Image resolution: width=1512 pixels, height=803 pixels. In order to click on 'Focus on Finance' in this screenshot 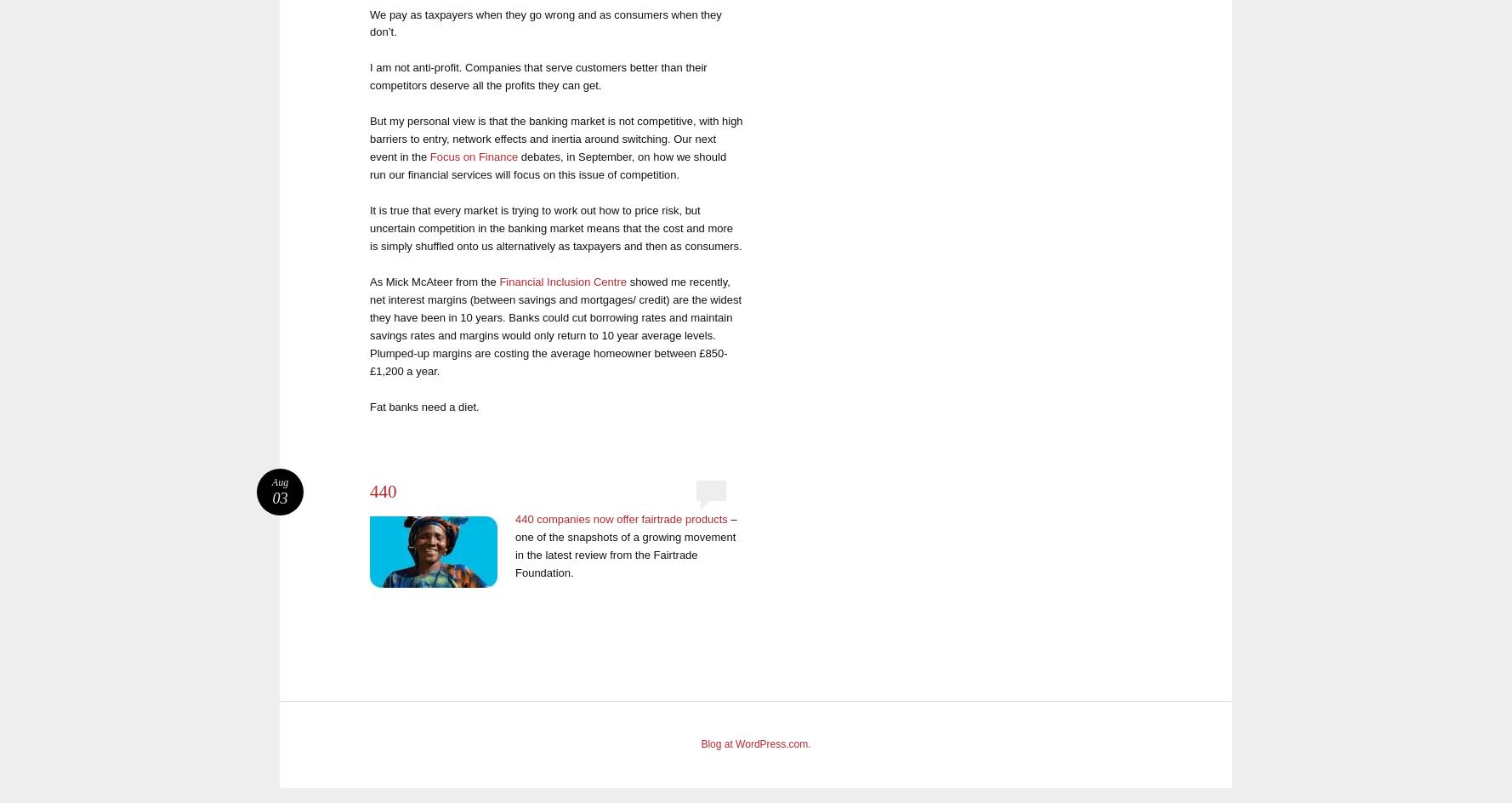, I will do `click(475, 156)`.